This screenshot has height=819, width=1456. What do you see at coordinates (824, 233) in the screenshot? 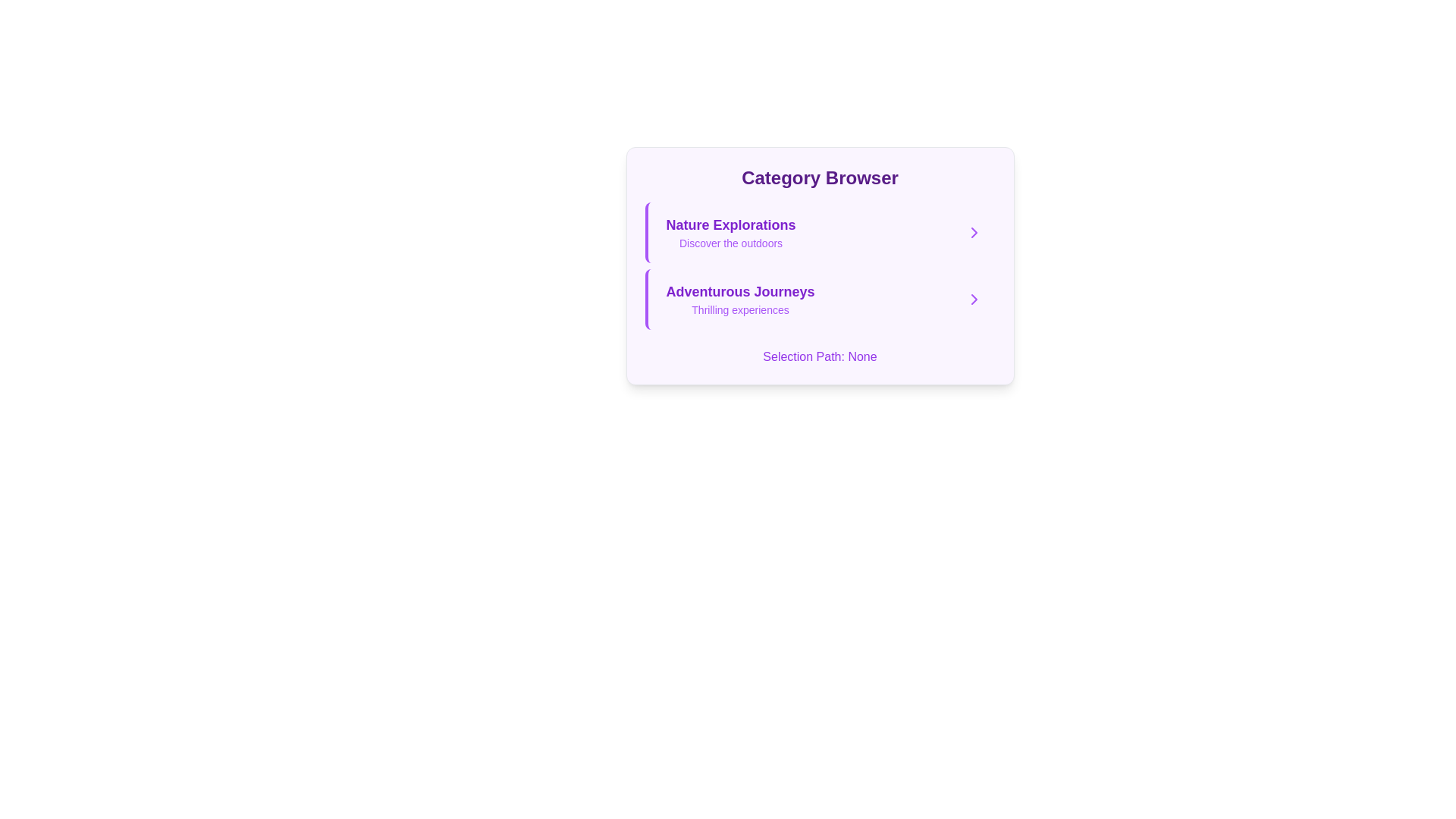
I see `the 'Nature Explorations' category element for accessibility support by moving the cursor over it` at bounding box center [824, 233].